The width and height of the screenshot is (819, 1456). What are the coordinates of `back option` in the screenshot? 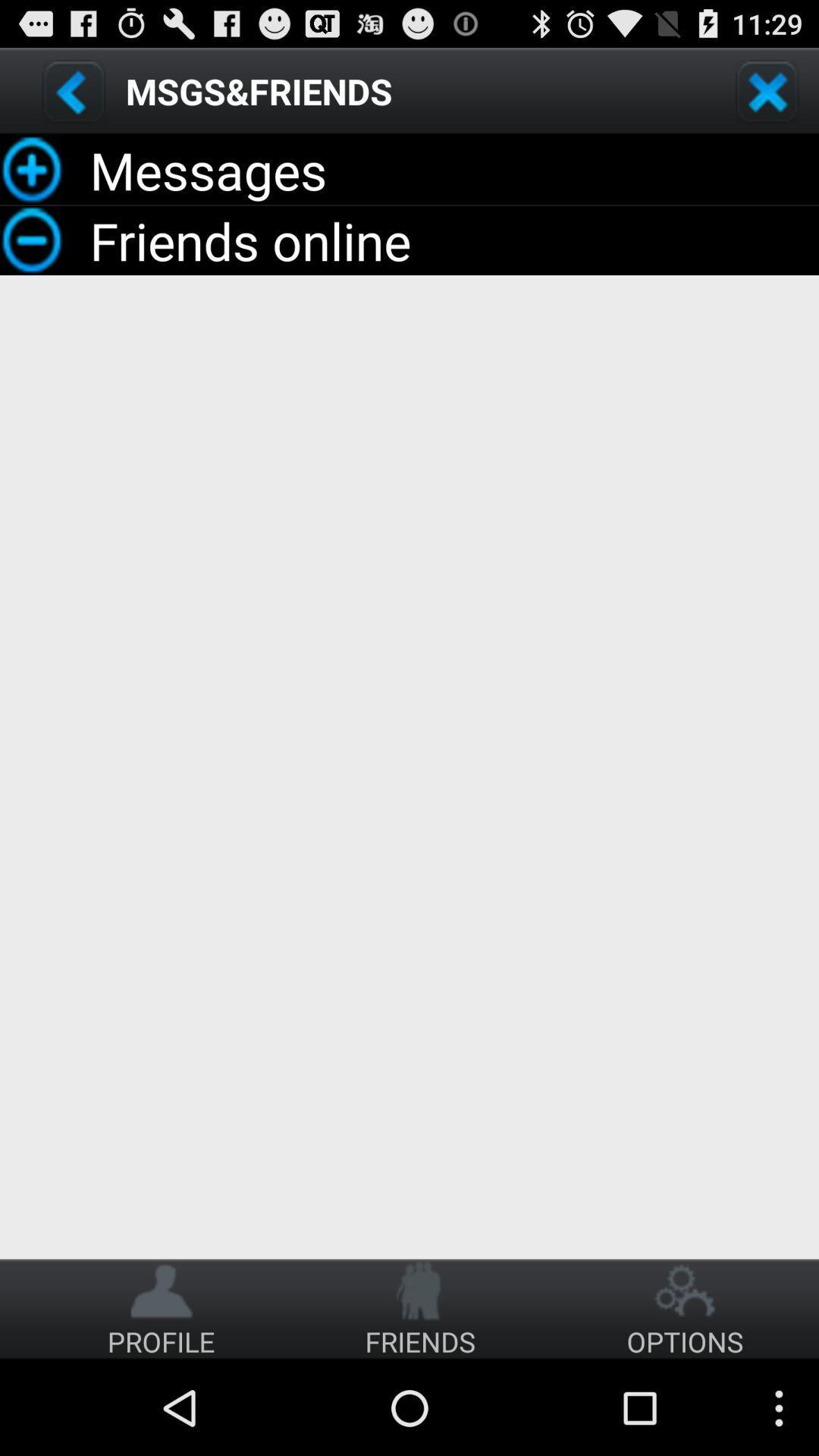 It's located at (74, 90).